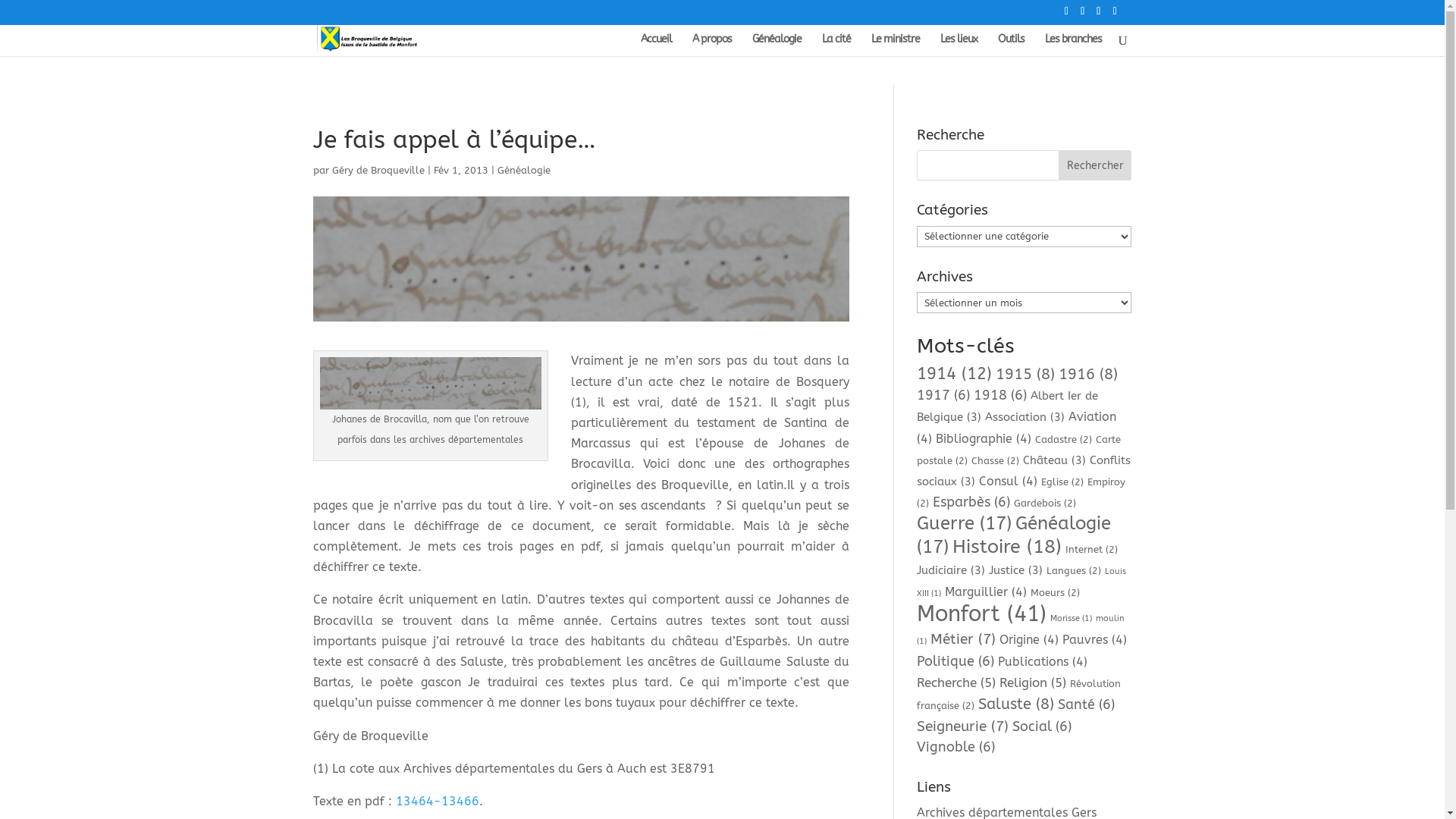 The height and width of the screenshot is (819, 1456). I want to click on '1918 (6)', so click(1000, 394).